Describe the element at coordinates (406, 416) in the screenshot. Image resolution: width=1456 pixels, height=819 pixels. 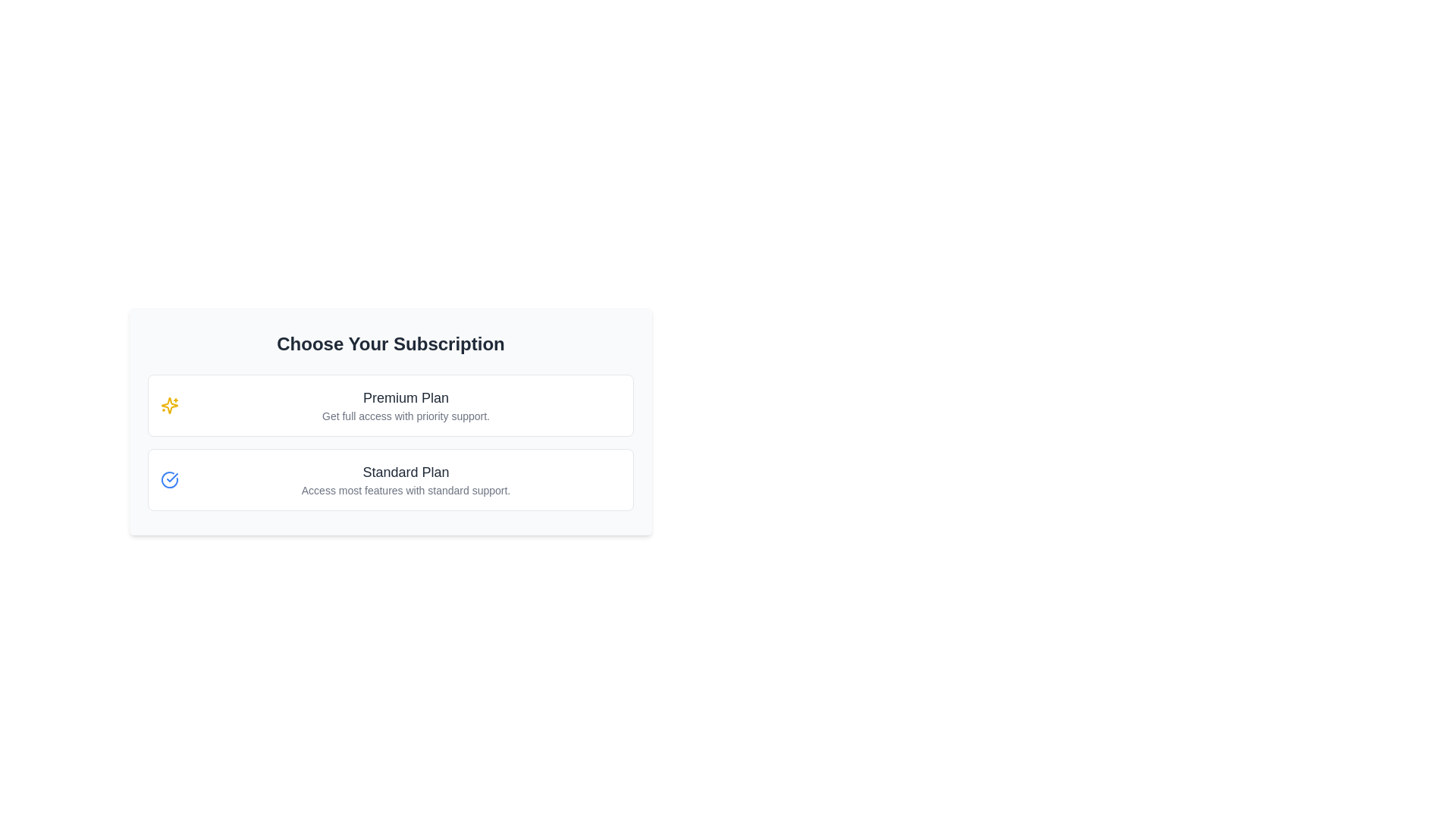
I see `text label that says 'Get full access with priority support.', which is located below the 'Premium Plan' title and styled in gray color` at that location.